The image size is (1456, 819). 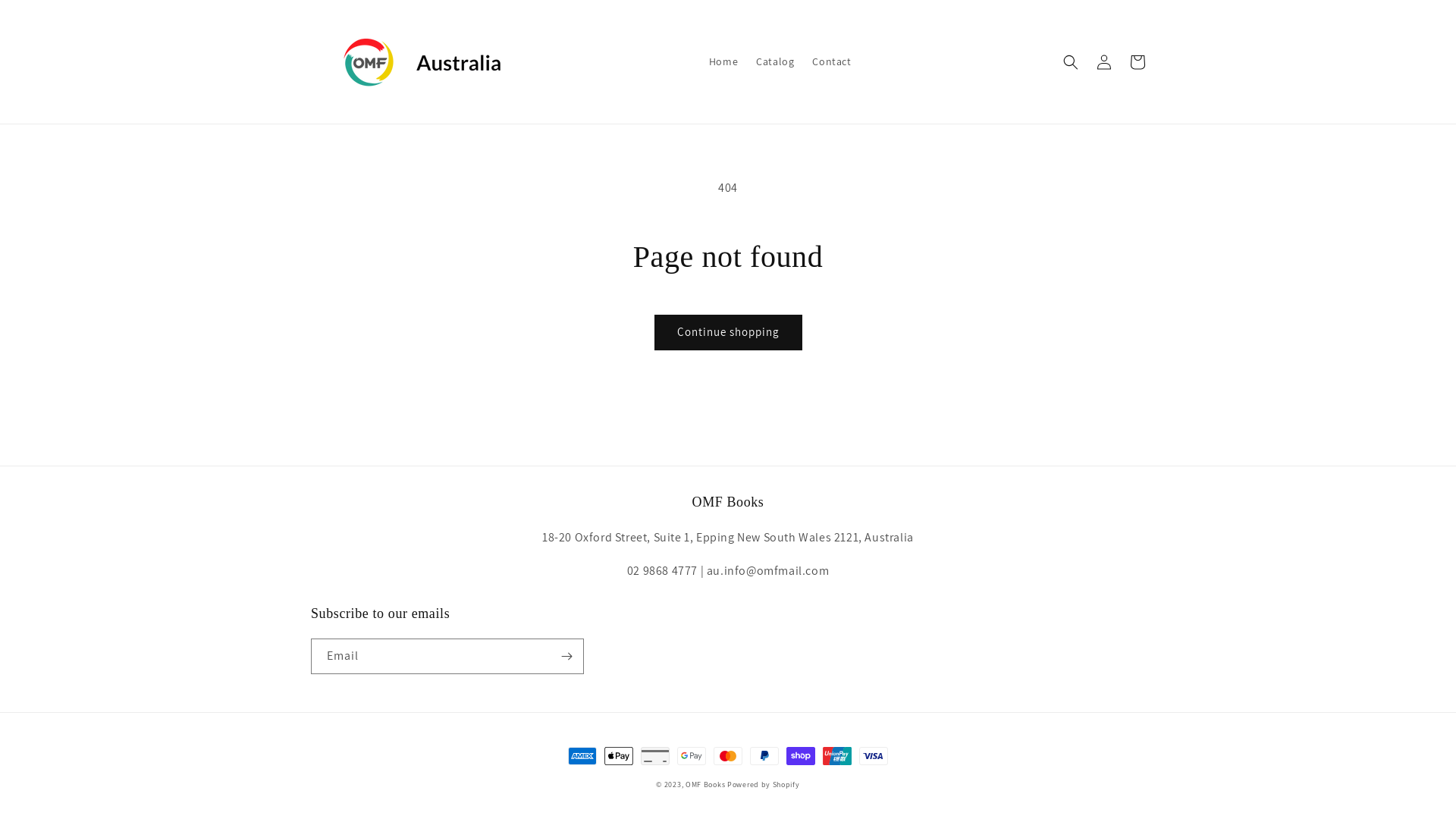 What do you see at coordinates (684, 784) in the screenshot?
I see `'OMF Books'` at bounding box center [684, 784].